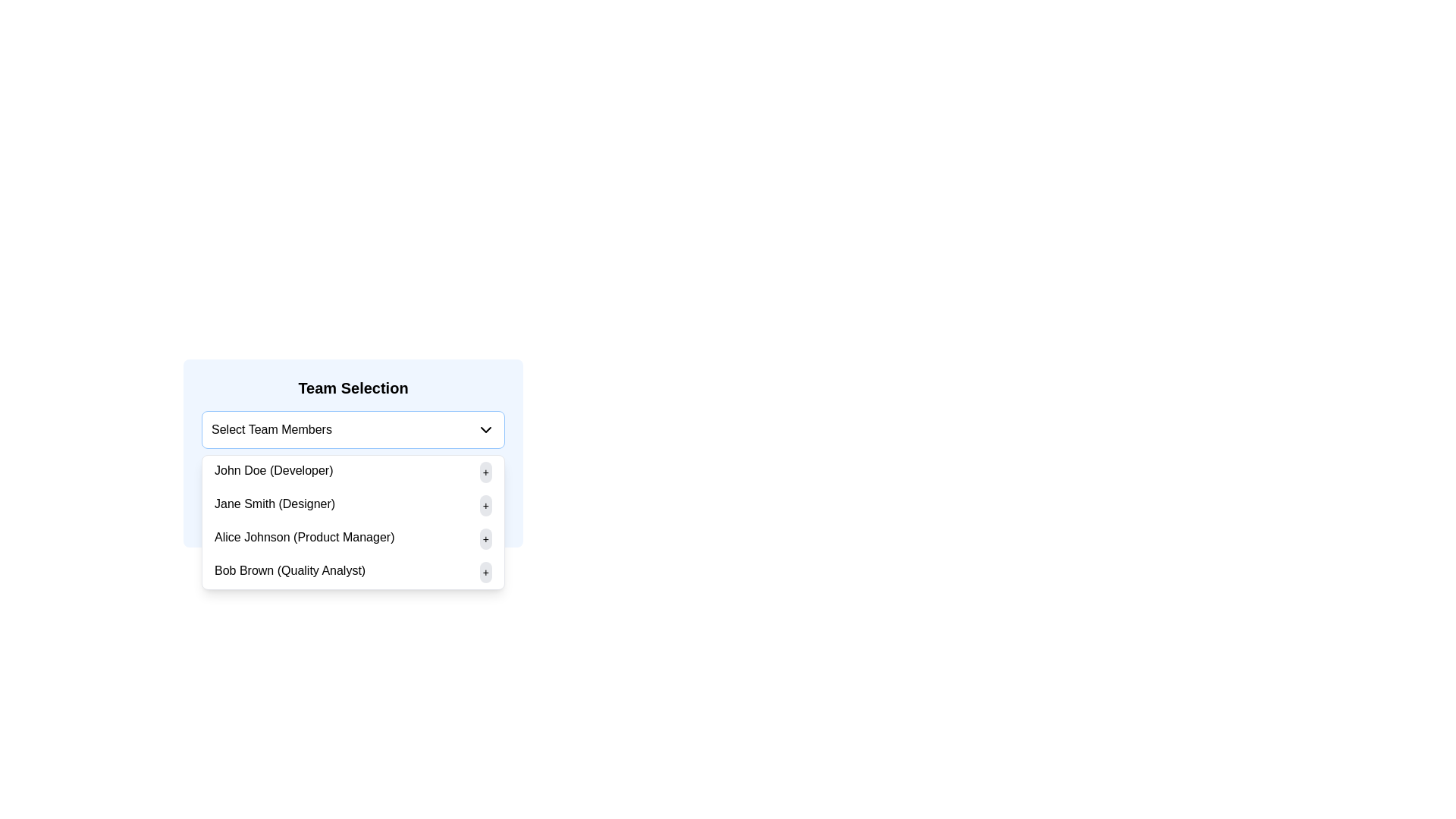 This screenshot has height=819, width=1456. What do you see at coordinates (352, 573) in the screenshot?
I see `the '+' button` at bounding box center [352, 573].